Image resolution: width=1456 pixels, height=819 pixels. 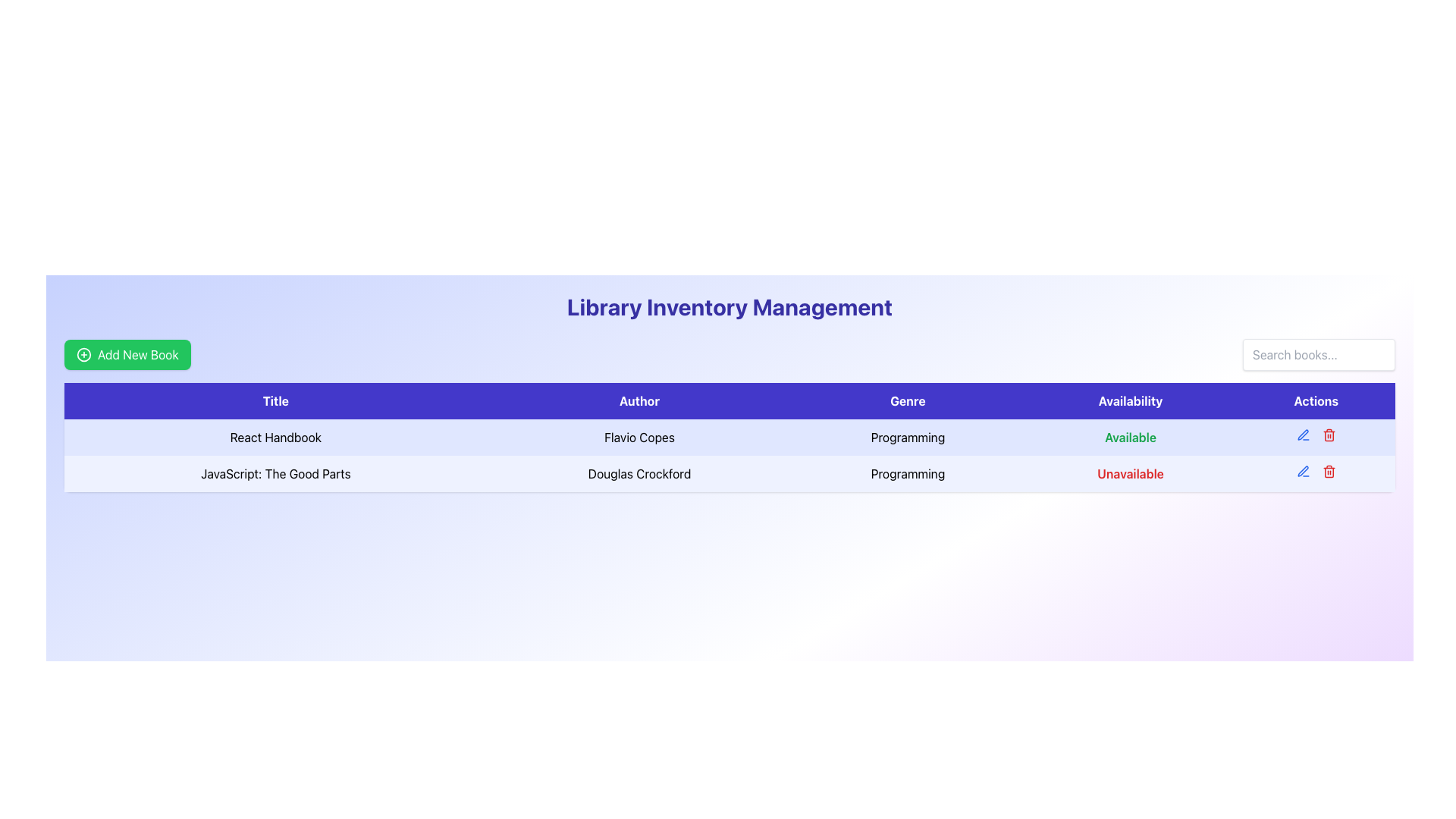 I want to click on the text label that reads 'Available', styled with a bold font and green color, located in the fourth column of the table in the first row, so click(x=1131, y=438).